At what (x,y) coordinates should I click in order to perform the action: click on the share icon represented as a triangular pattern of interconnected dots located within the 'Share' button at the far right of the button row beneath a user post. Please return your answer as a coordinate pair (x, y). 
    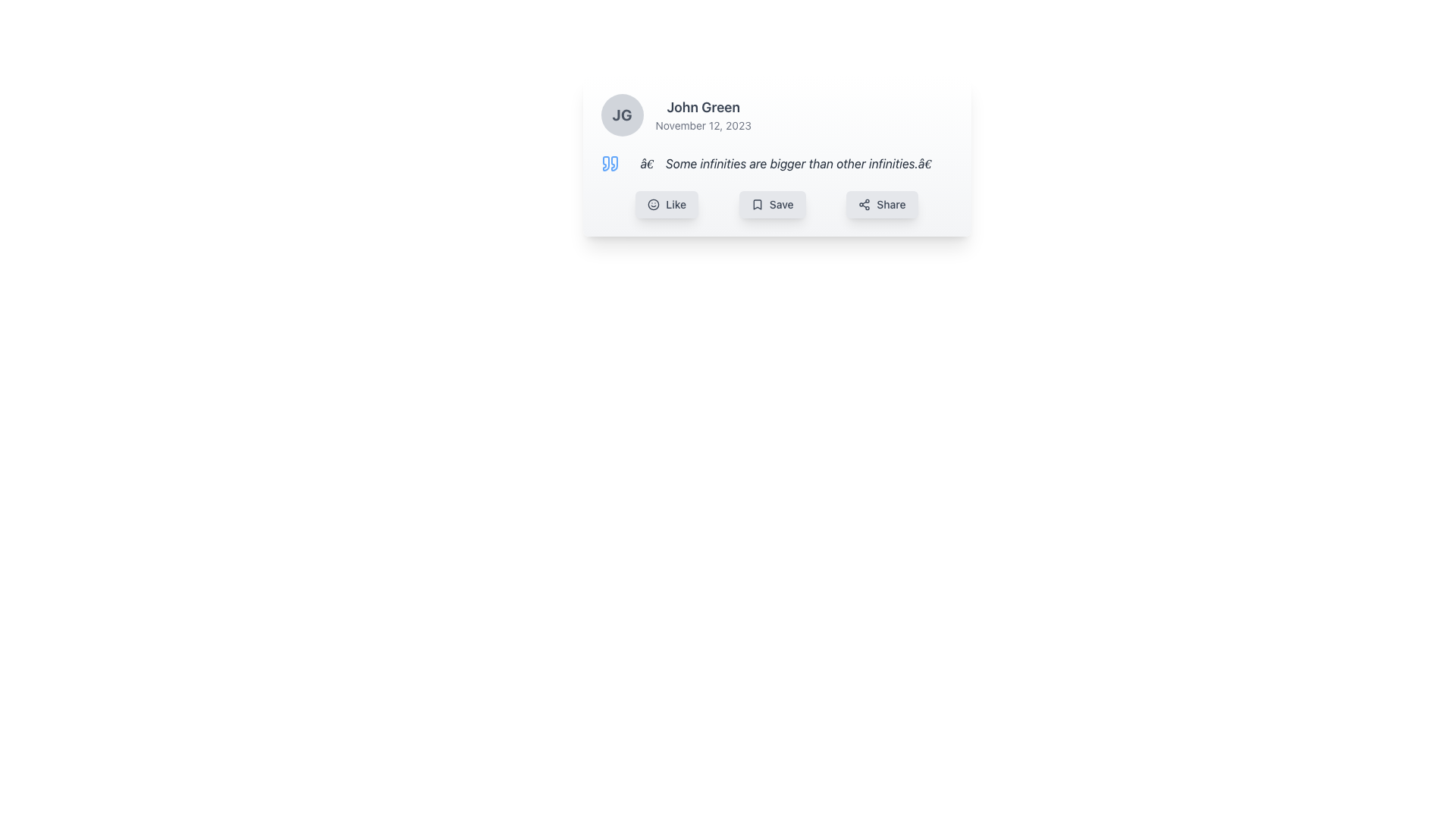
    Looking at the image, I should click on (864, 205).